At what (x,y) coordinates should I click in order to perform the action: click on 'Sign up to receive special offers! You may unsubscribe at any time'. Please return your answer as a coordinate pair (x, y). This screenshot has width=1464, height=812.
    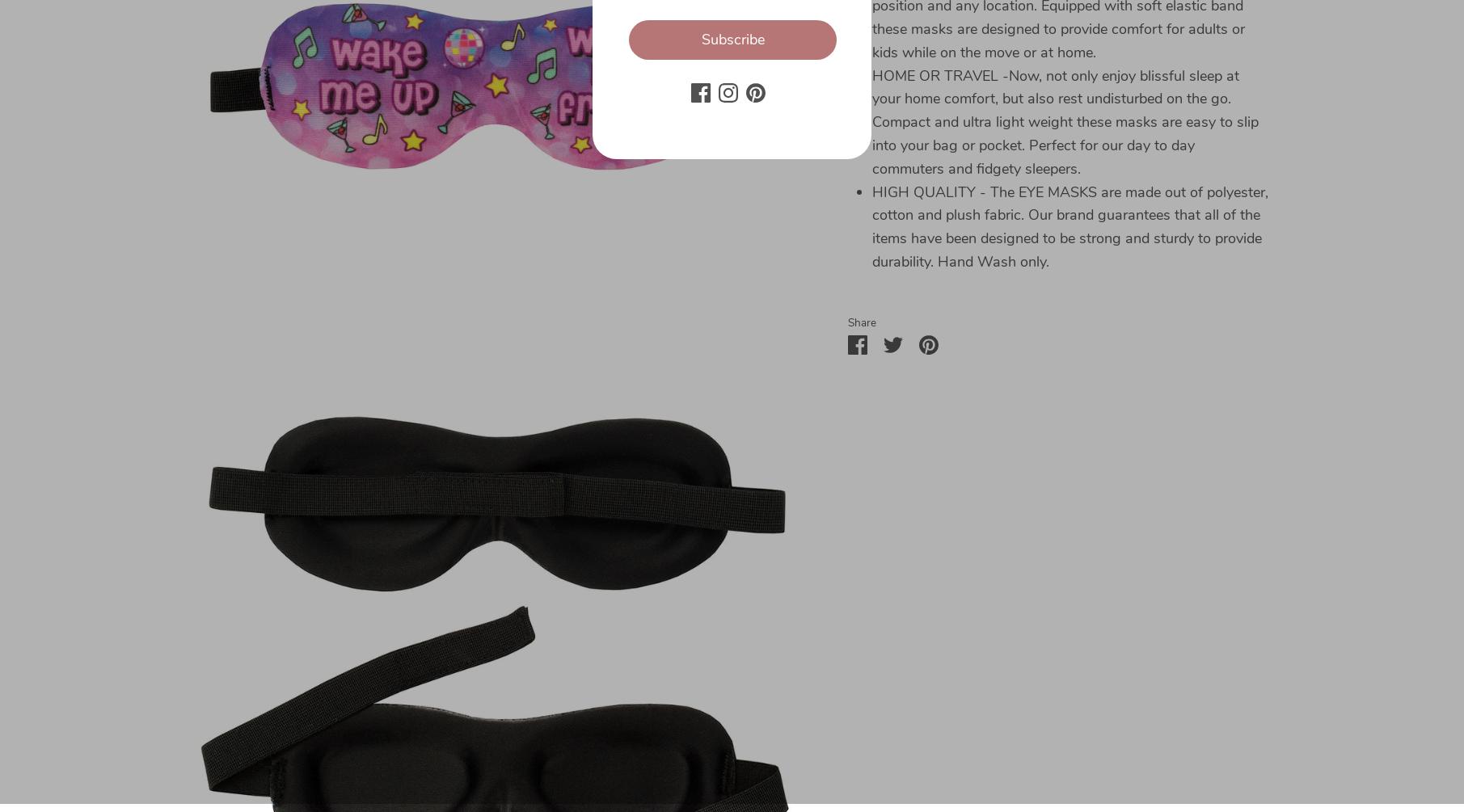
    Looking at the image, I should click on (731, 351).